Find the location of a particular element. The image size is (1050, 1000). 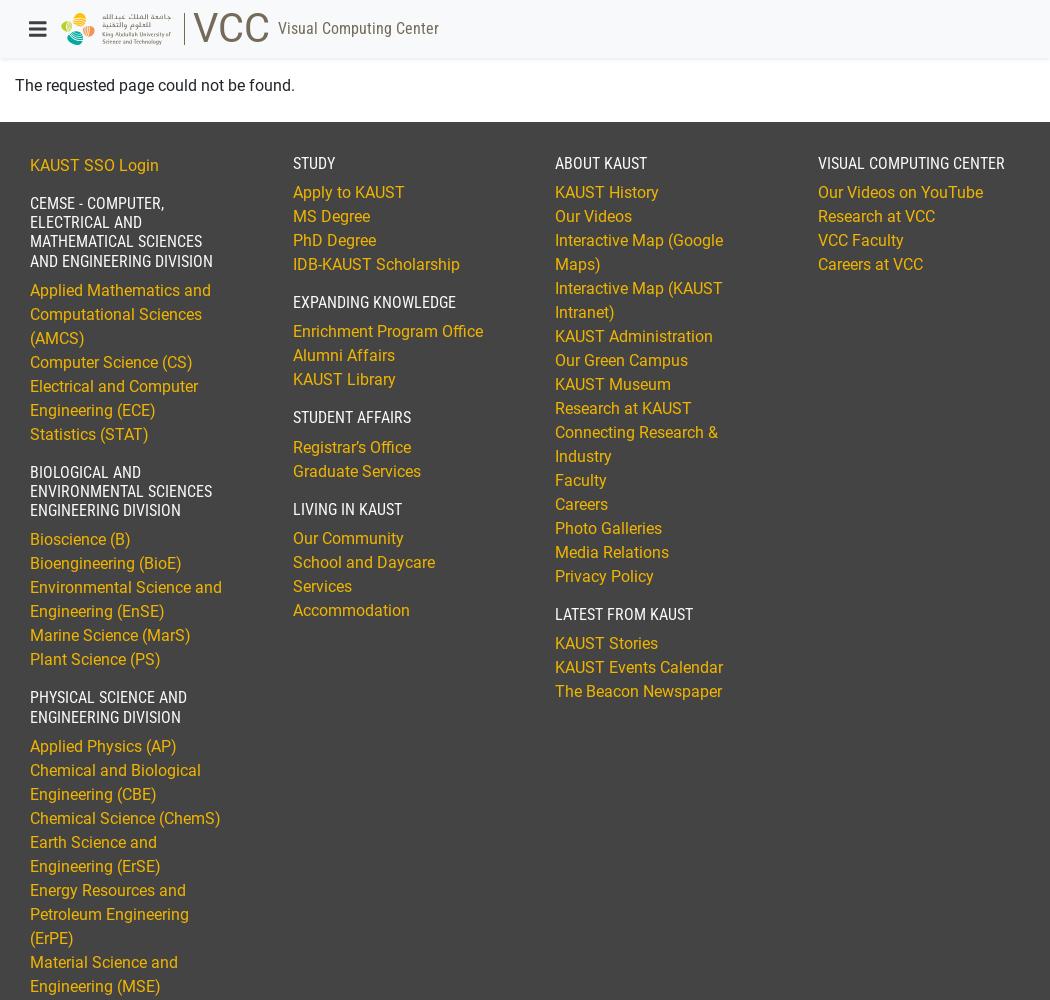

'KAUST History' is located at coordinates (607, 191).